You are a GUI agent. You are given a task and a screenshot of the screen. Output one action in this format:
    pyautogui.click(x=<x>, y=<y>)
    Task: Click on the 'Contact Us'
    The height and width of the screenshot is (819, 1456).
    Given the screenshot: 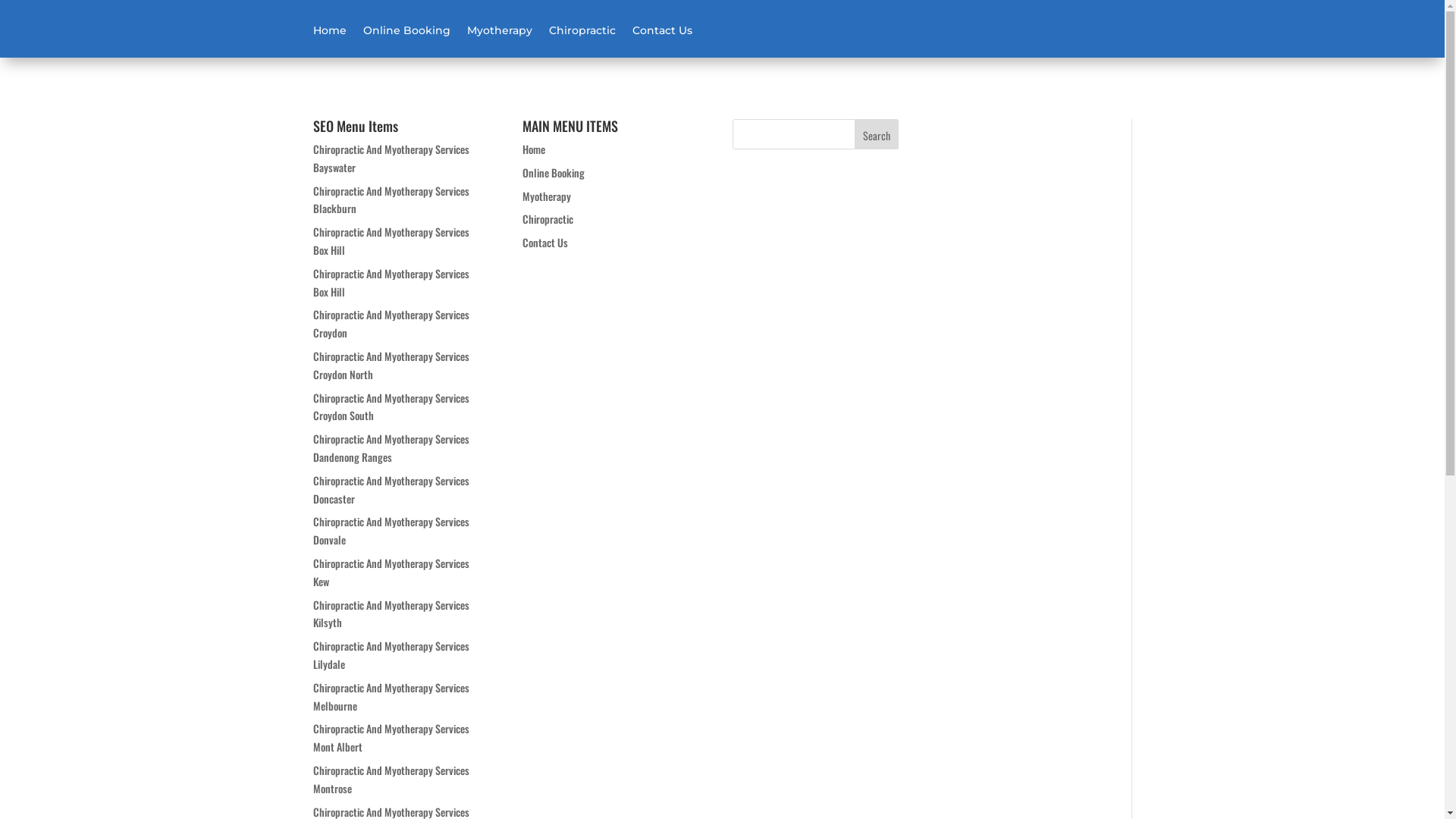 What is the action you would take?
    pyautogui.click(x=545, y=241)
    